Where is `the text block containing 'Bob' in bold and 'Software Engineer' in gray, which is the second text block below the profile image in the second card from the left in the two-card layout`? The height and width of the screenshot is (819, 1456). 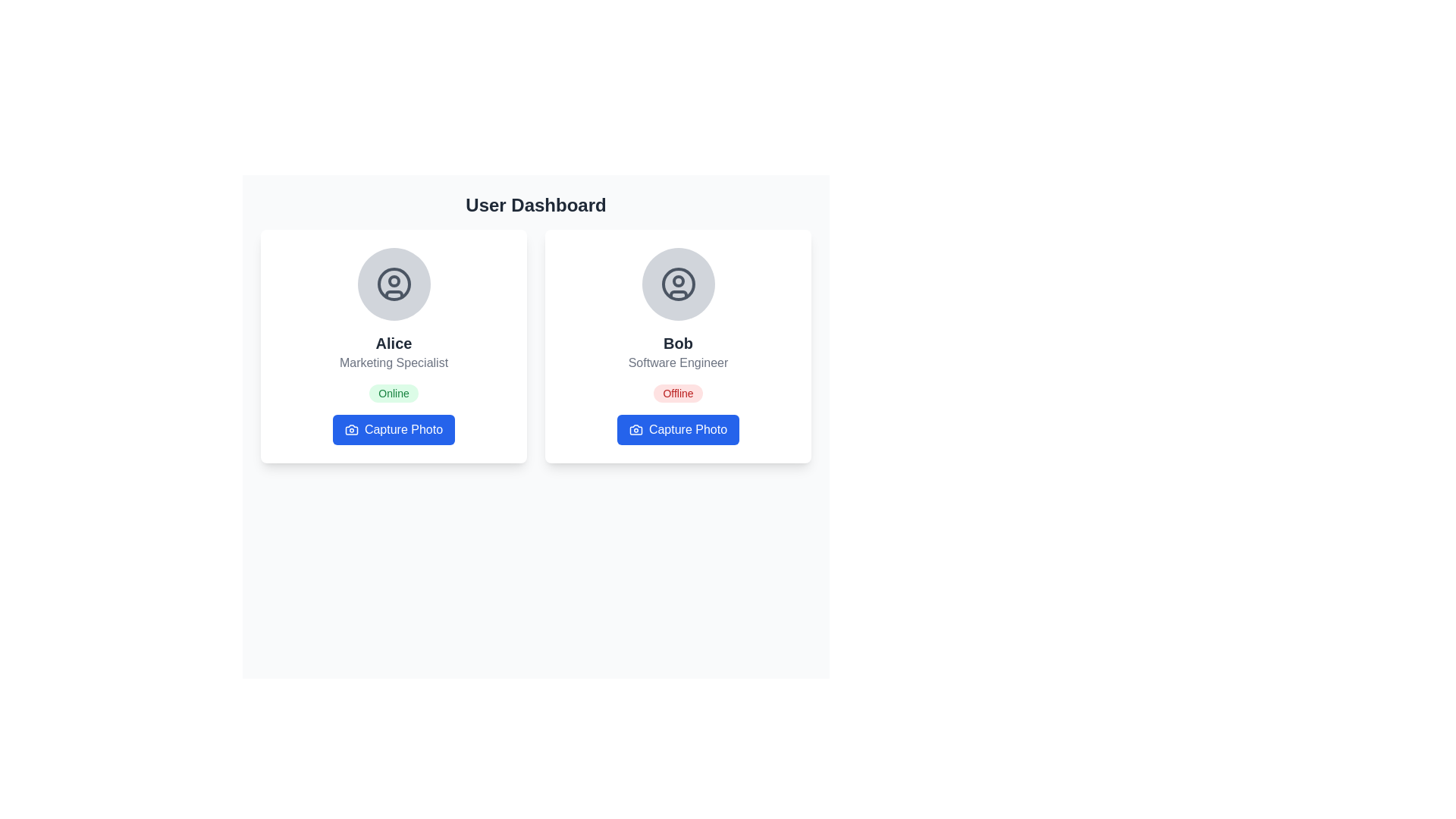 the text block containing 'Bob' in bold and 'Software Engineer' in gray, which is the second text block below the profile image in the second card from the left in the two-card layout is located at coordinates (677, 353).